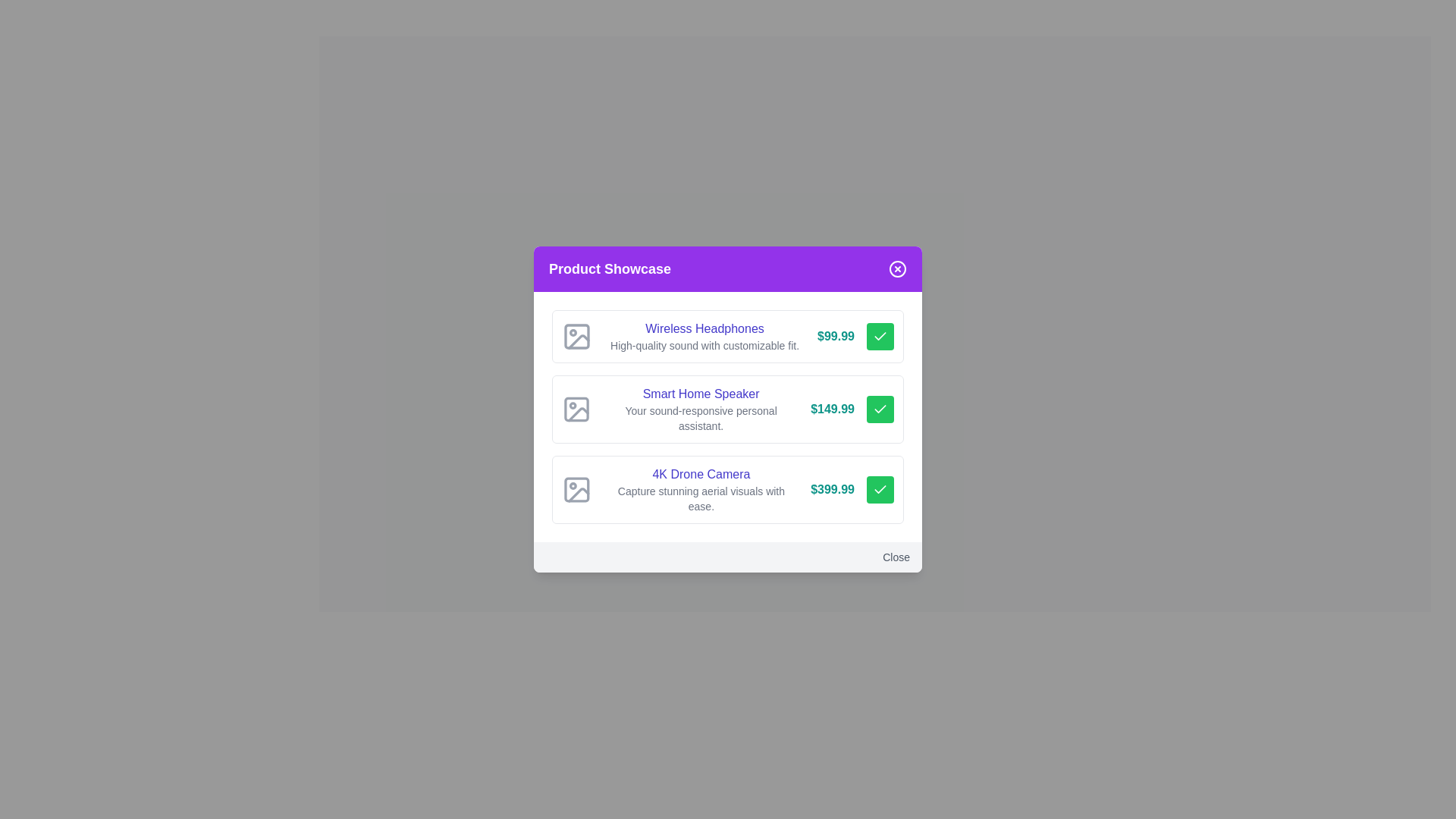 The image size is (1456, 819). I want to click on text displayed in the price label for the 4K Drone Camera, which is located on the right side of the product description and above the selection button, so click(832, 489).